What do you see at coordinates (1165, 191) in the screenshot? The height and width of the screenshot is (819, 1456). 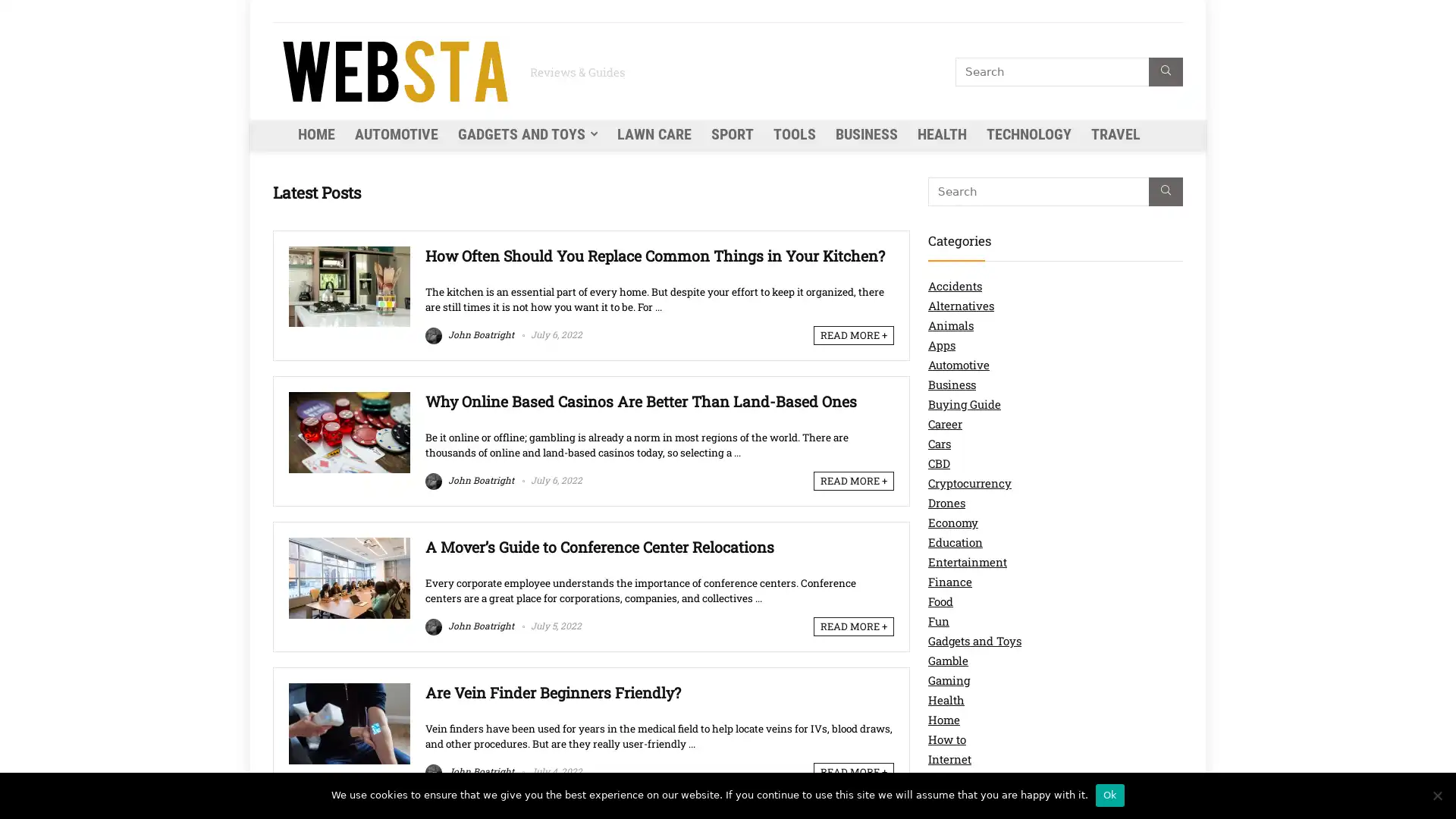 I see `Search` at bounding box center [1165, 191].